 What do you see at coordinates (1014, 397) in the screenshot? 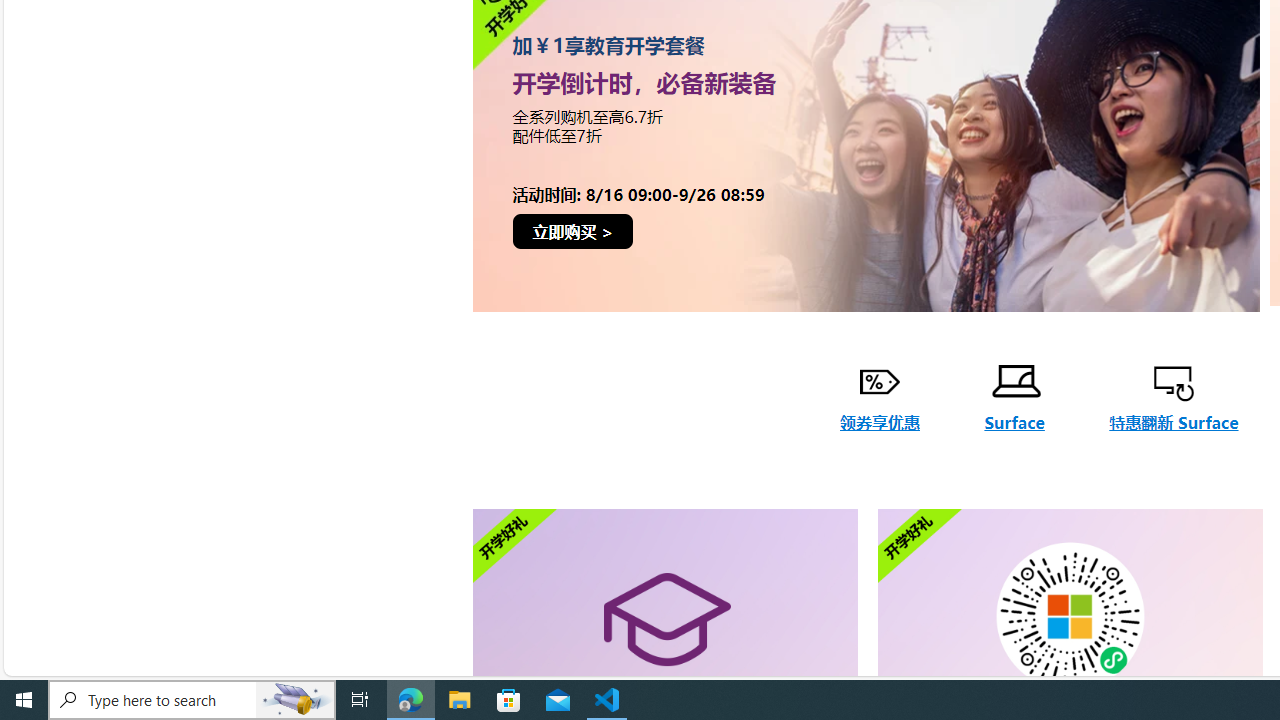
I see `'Surface'` at bounding box center [1014, 397].